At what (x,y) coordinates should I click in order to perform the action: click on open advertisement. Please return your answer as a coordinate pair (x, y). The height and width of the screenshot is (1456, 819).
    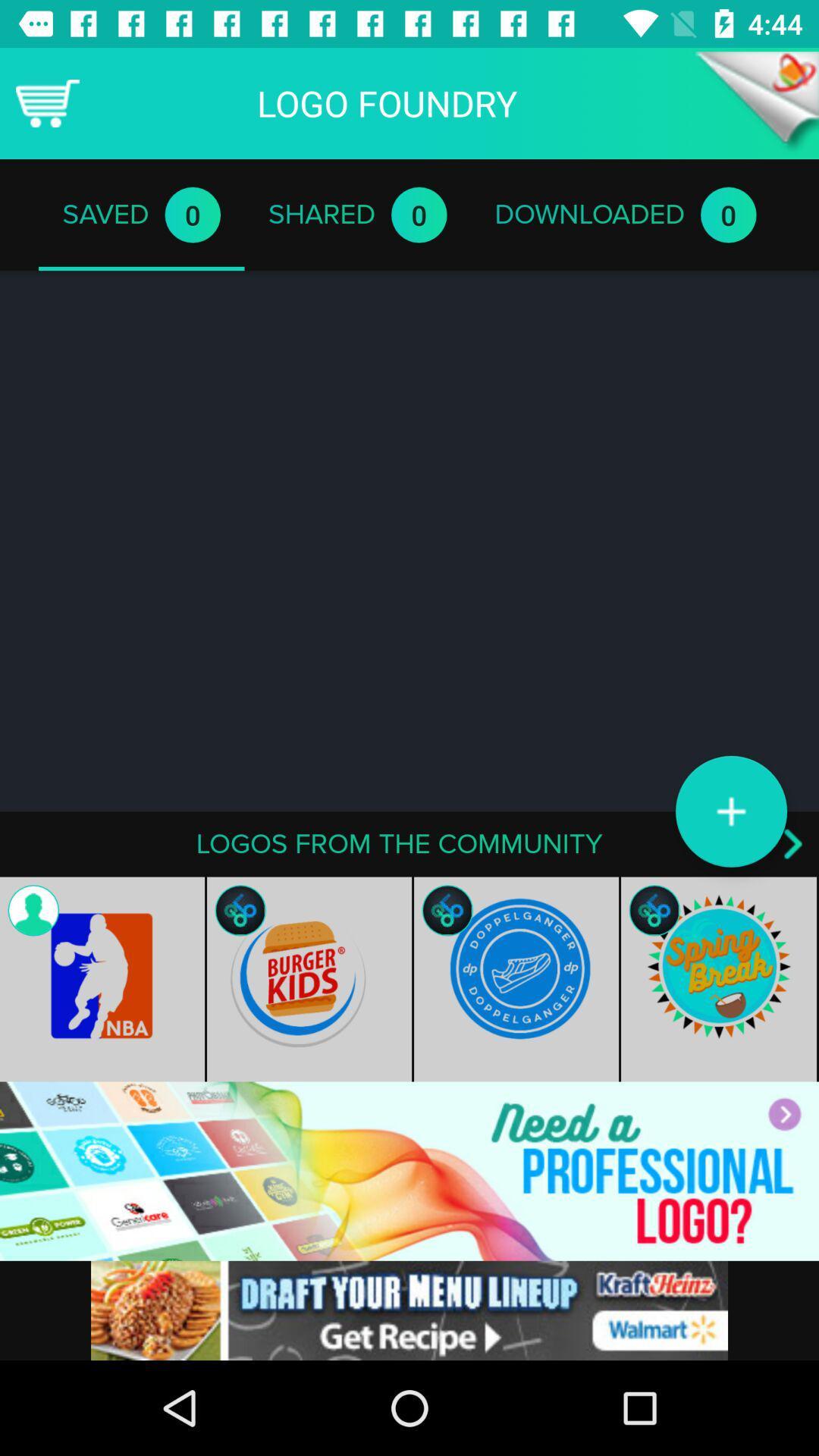
    Looking at the image, I should click on (409, 1170).